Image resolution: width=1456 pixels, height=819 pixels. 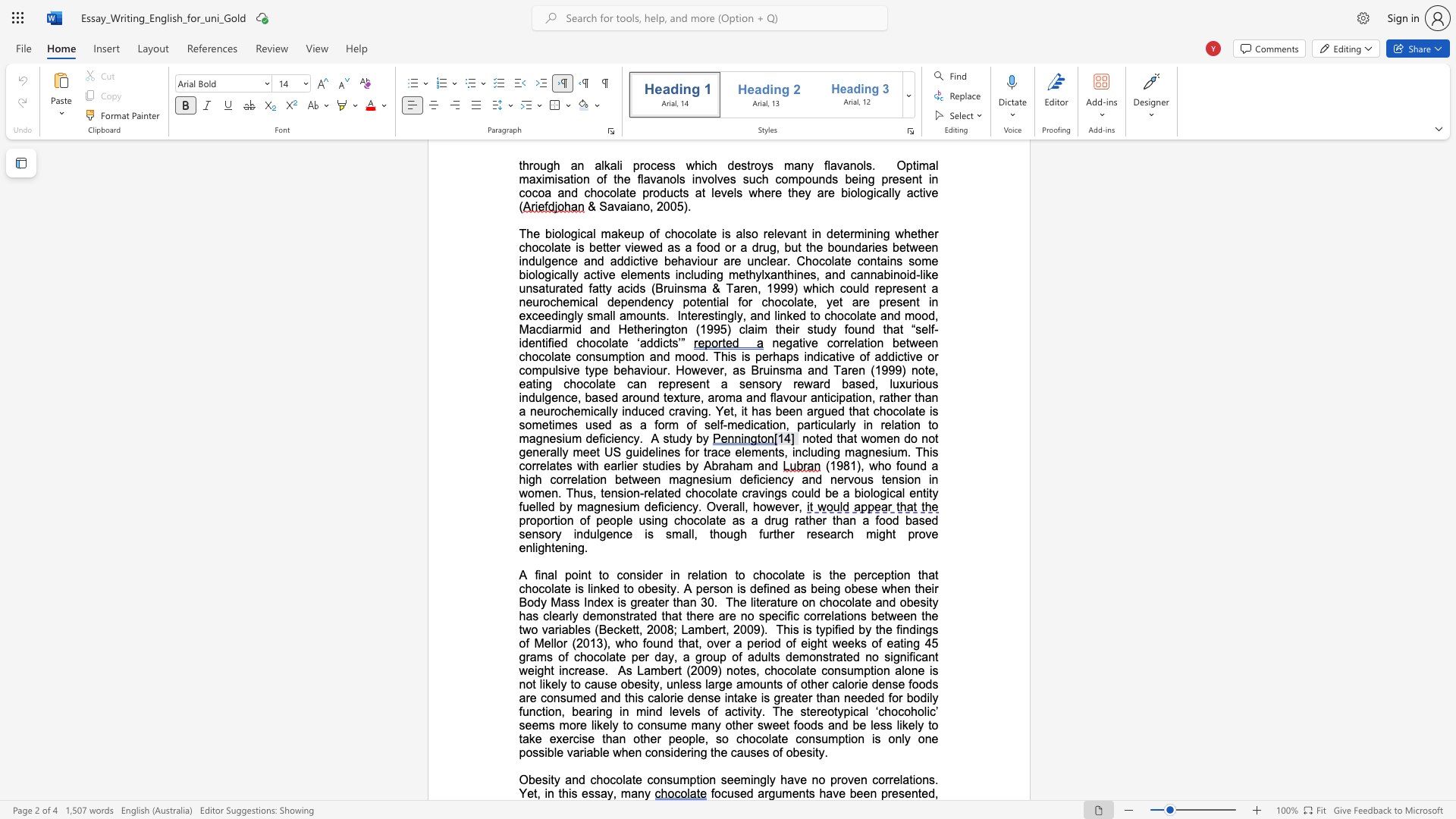 I want to click on the subset text "essay, man" within the text "no proven correlations. Yet, in this essay, many", so click(x=581, y=792).